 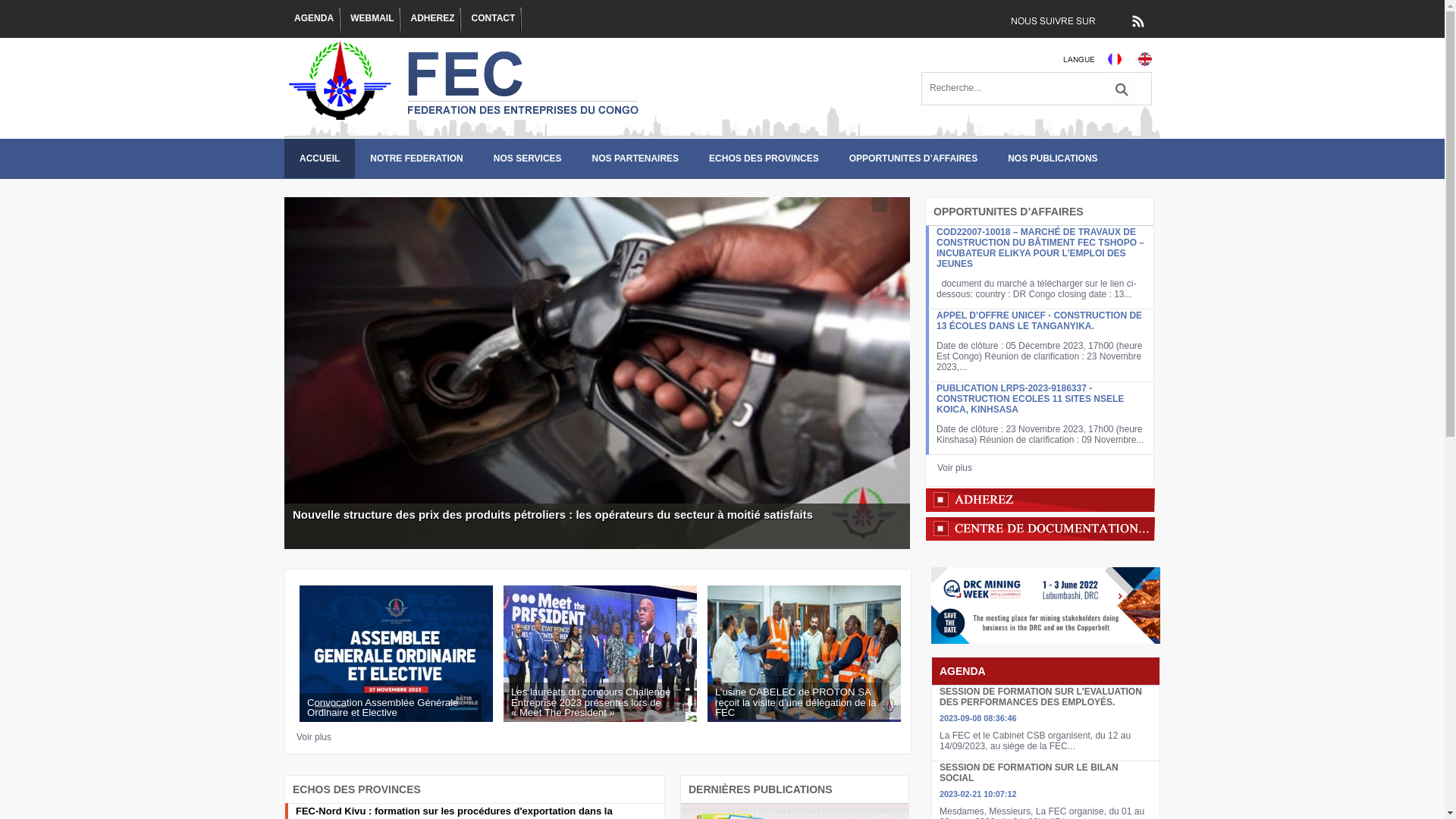 What do you see at coordinates (1051, 158) in the screenshot?
I see `'NOS PUBLICATIONS'` at bounding box center [1051, 158].